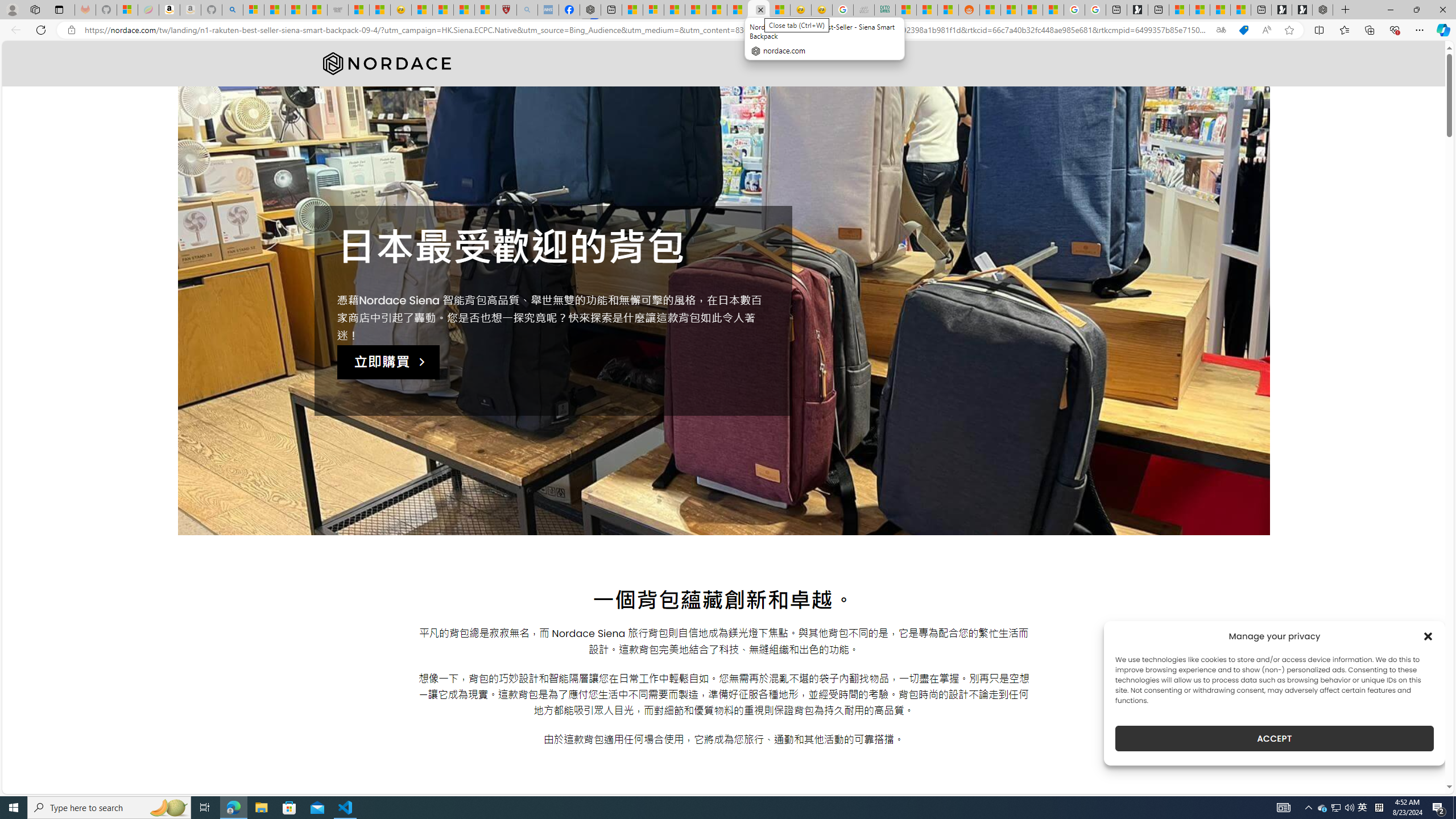 This screenshot has width=1456, height=819. What do you see at coordinates (1275, 738) in the screenshot?
I see `'ACCEPT'` at bounding box center [1275, 738].